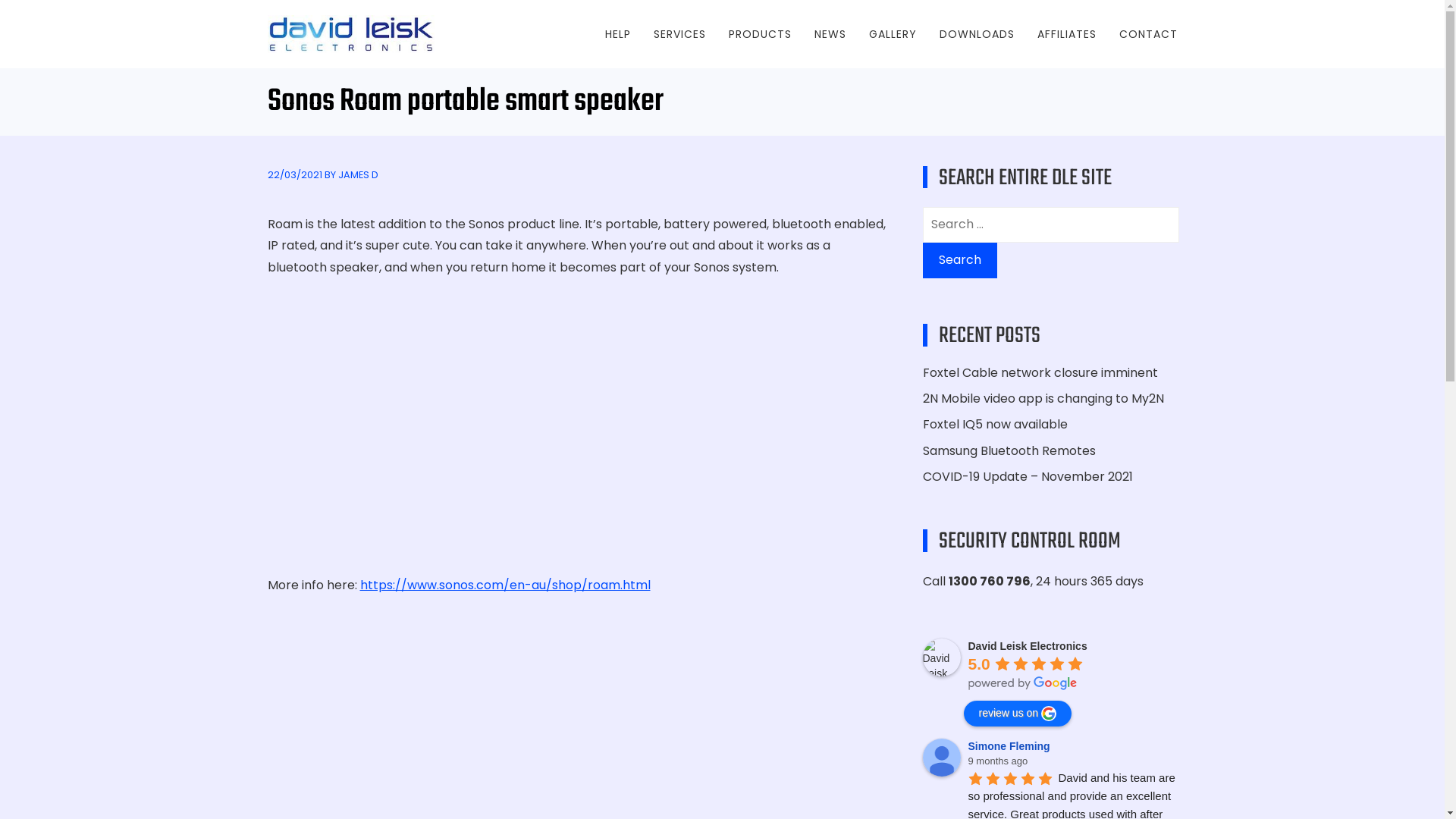  Describe the element at coordinates (959, 259) in the screenshot. I see `'Search'` at that location.